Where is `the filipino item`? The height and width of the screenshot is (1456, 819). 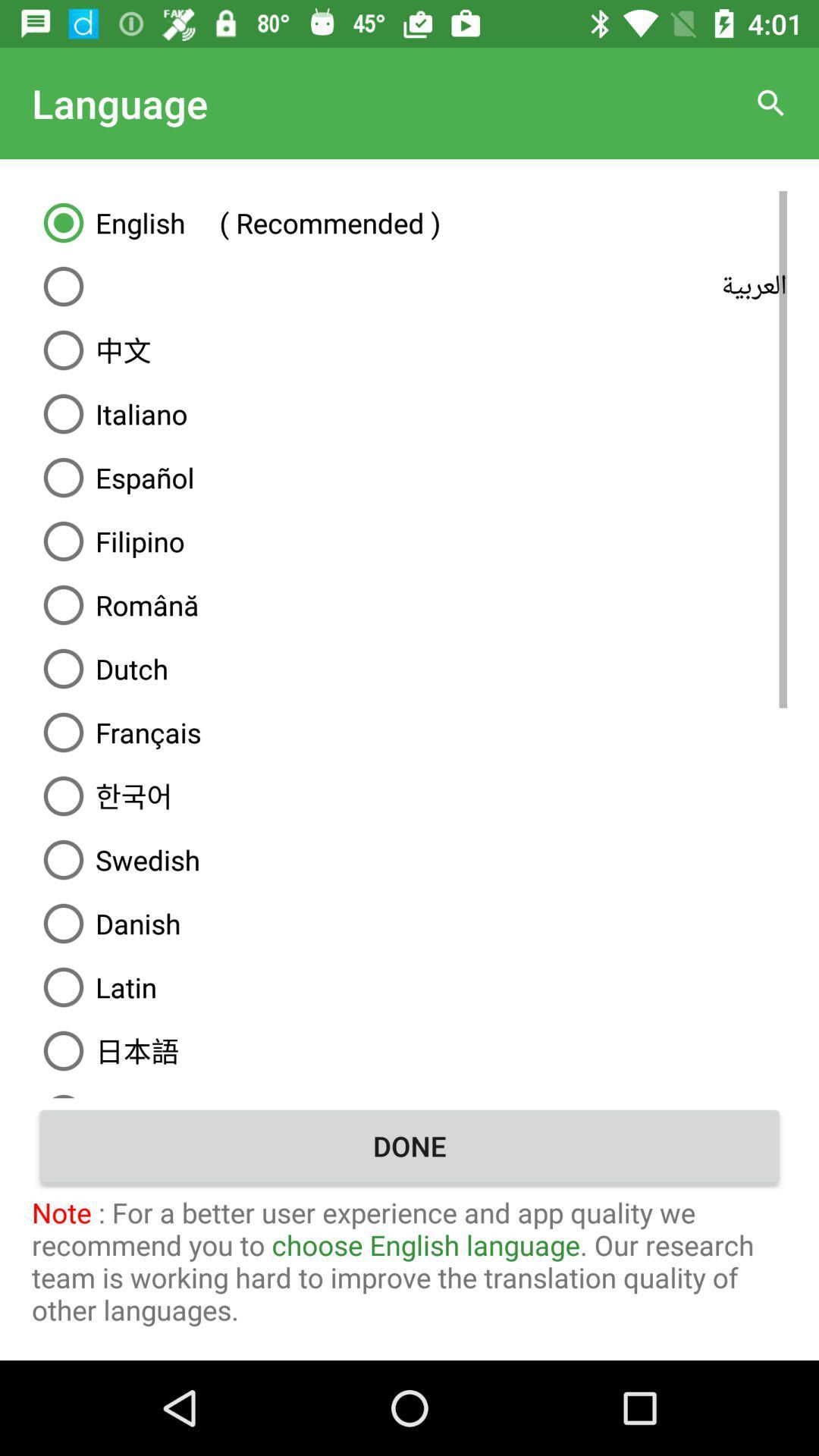 the filipino item is located at coordinates (409, 541).